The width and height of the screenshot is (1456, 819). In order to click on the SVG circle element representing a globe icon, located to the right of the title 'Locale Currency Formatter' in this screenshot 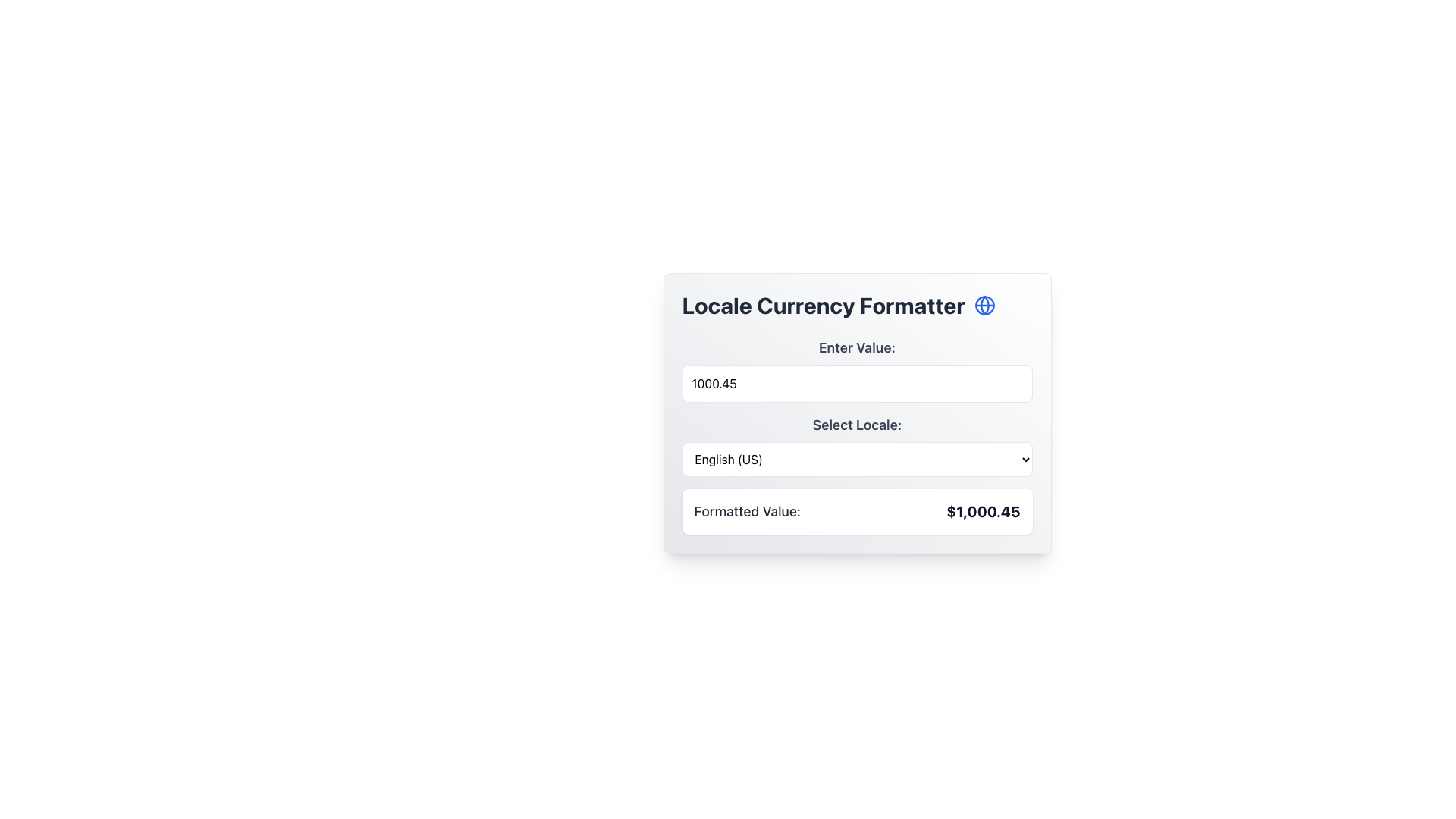, I will do `click(984, 305)`.